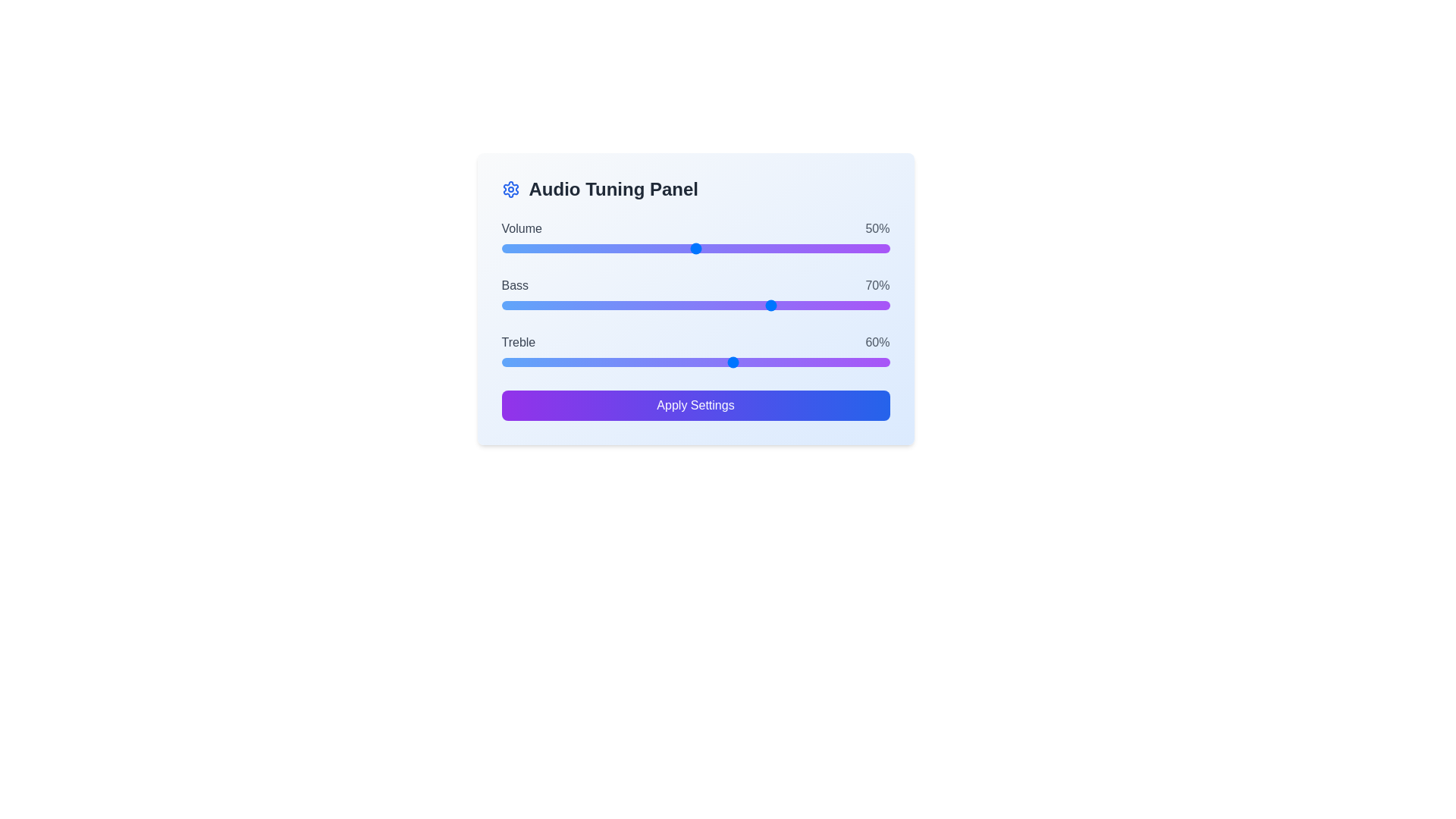 The image size is (1456, 819). I want to click on the title text indicating the audio settings panel, located to the right of the gear-shaped icon in the title bar, so click(613, 189).